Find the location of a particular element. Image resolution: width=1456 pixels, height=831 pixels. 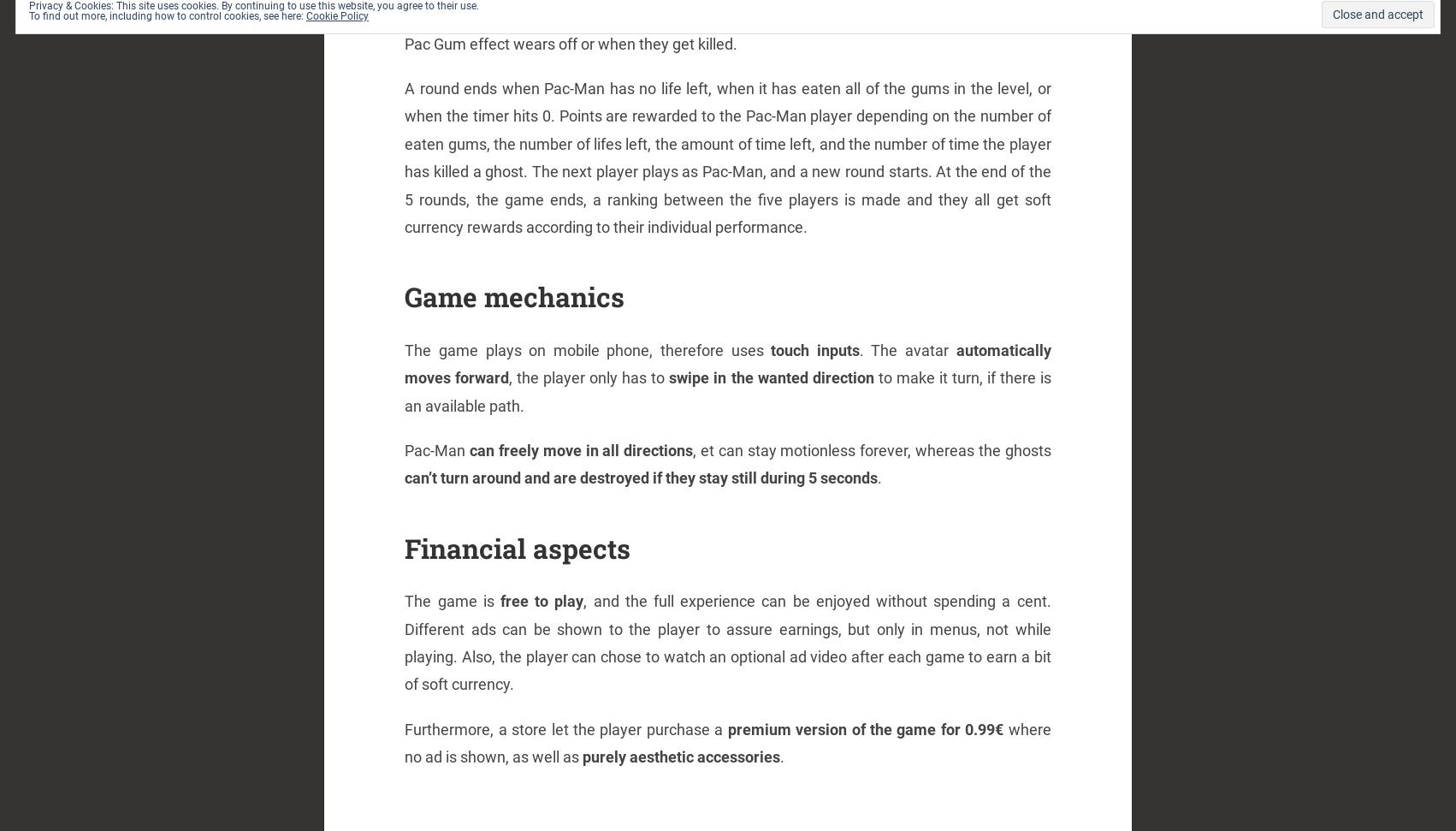

'touch inputs' is located at coordinates (814, 348).